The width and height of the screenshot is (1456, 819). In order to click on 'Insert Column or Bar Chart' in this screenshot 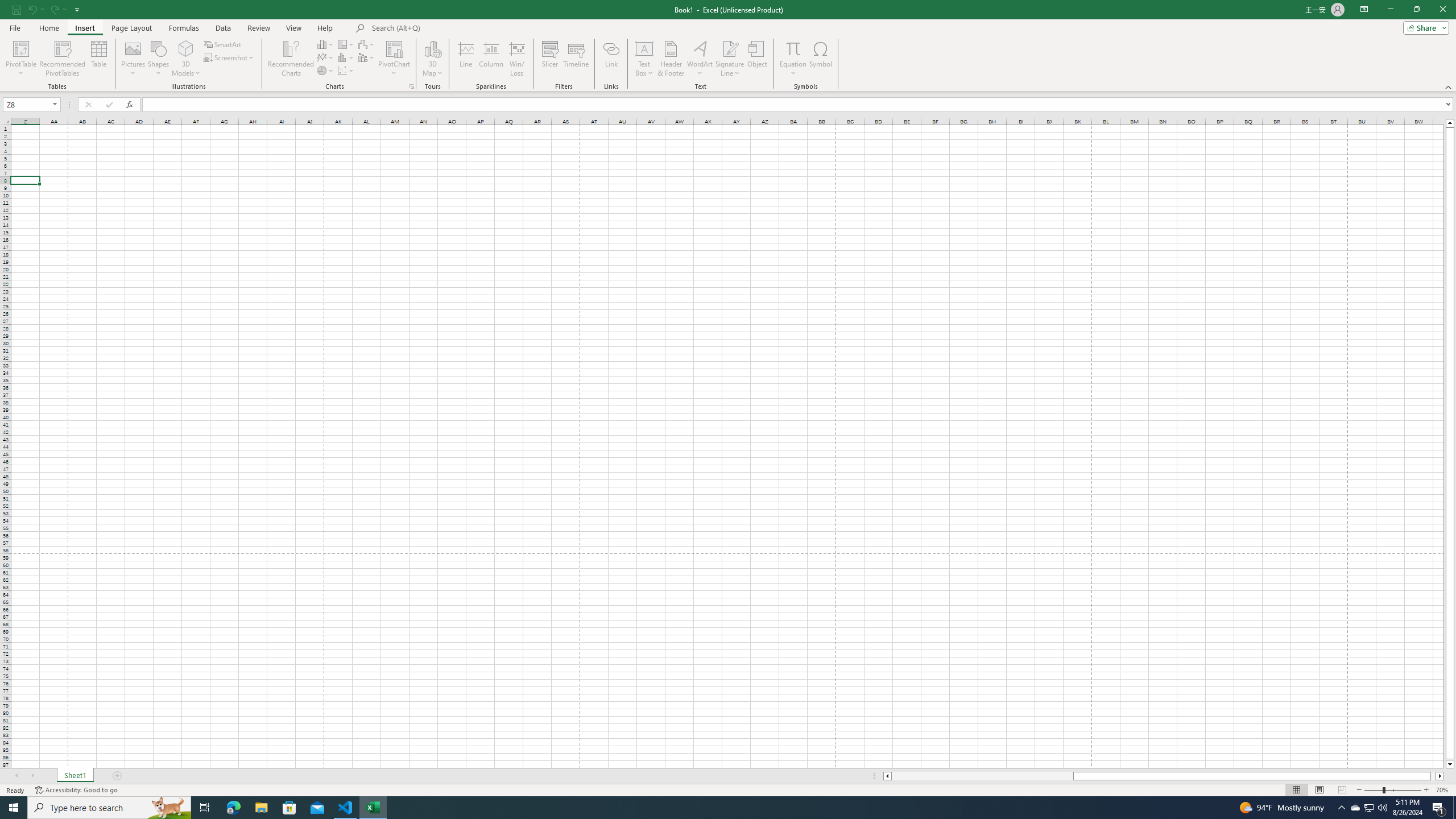, I will do `click(325, 44)`.